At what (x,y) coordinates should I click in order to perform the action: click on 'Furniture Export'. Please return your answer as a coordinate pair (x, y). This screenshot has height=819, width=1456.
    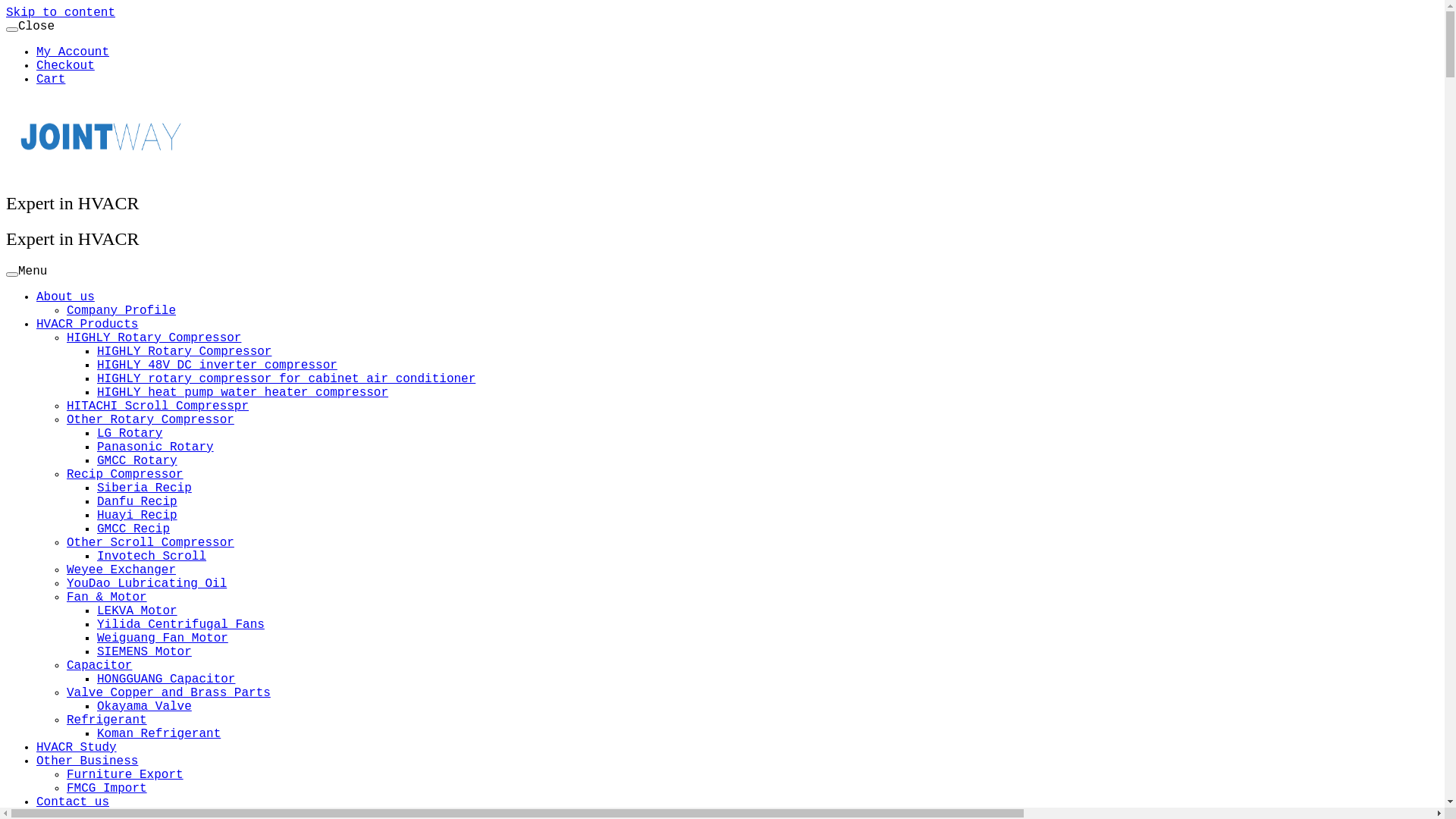
    Looking at the image, I should click on (65, 775).